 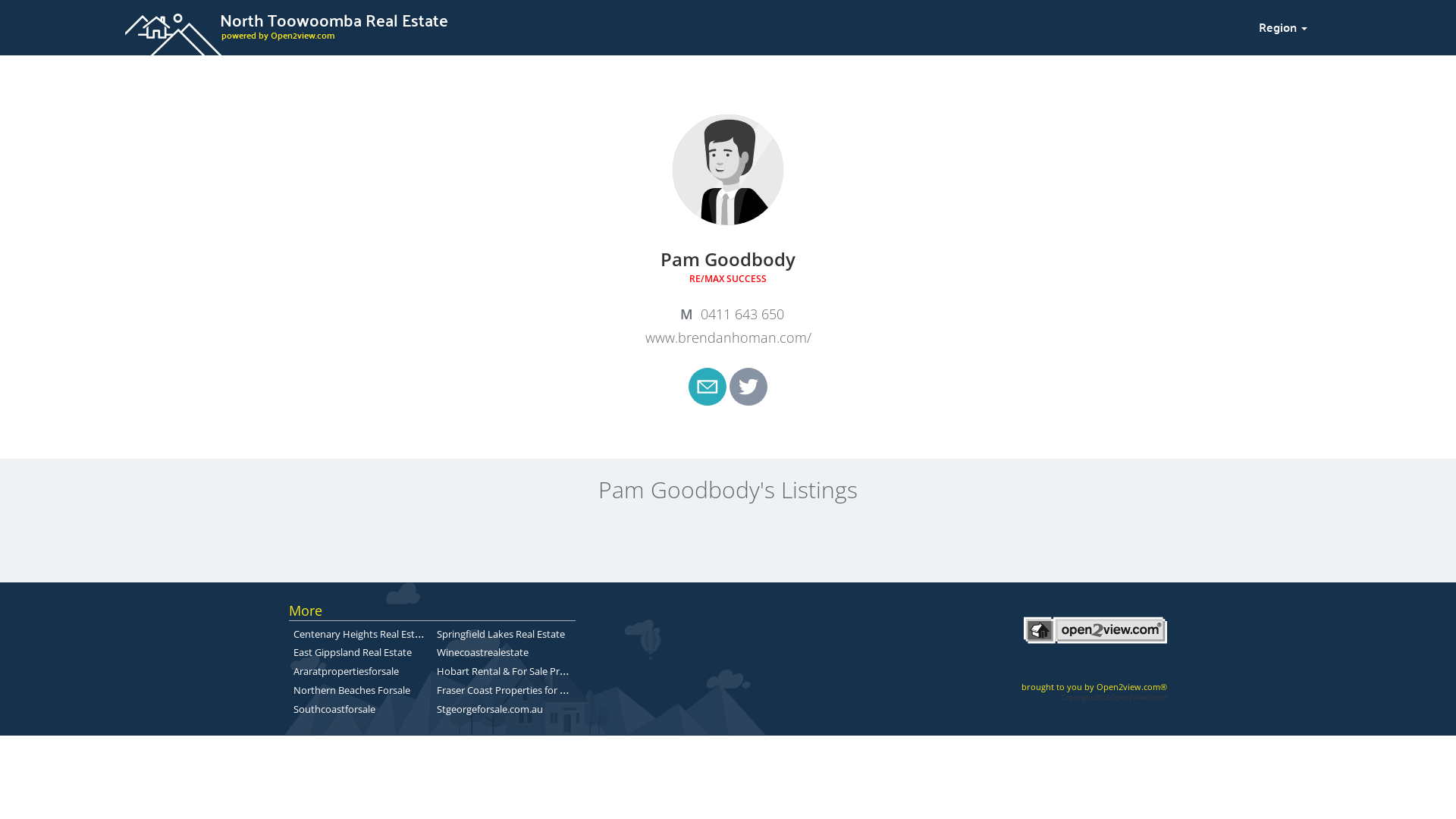 I want to click on 'Fraser Coast Properties for Sale', so click(x=507, y=689).